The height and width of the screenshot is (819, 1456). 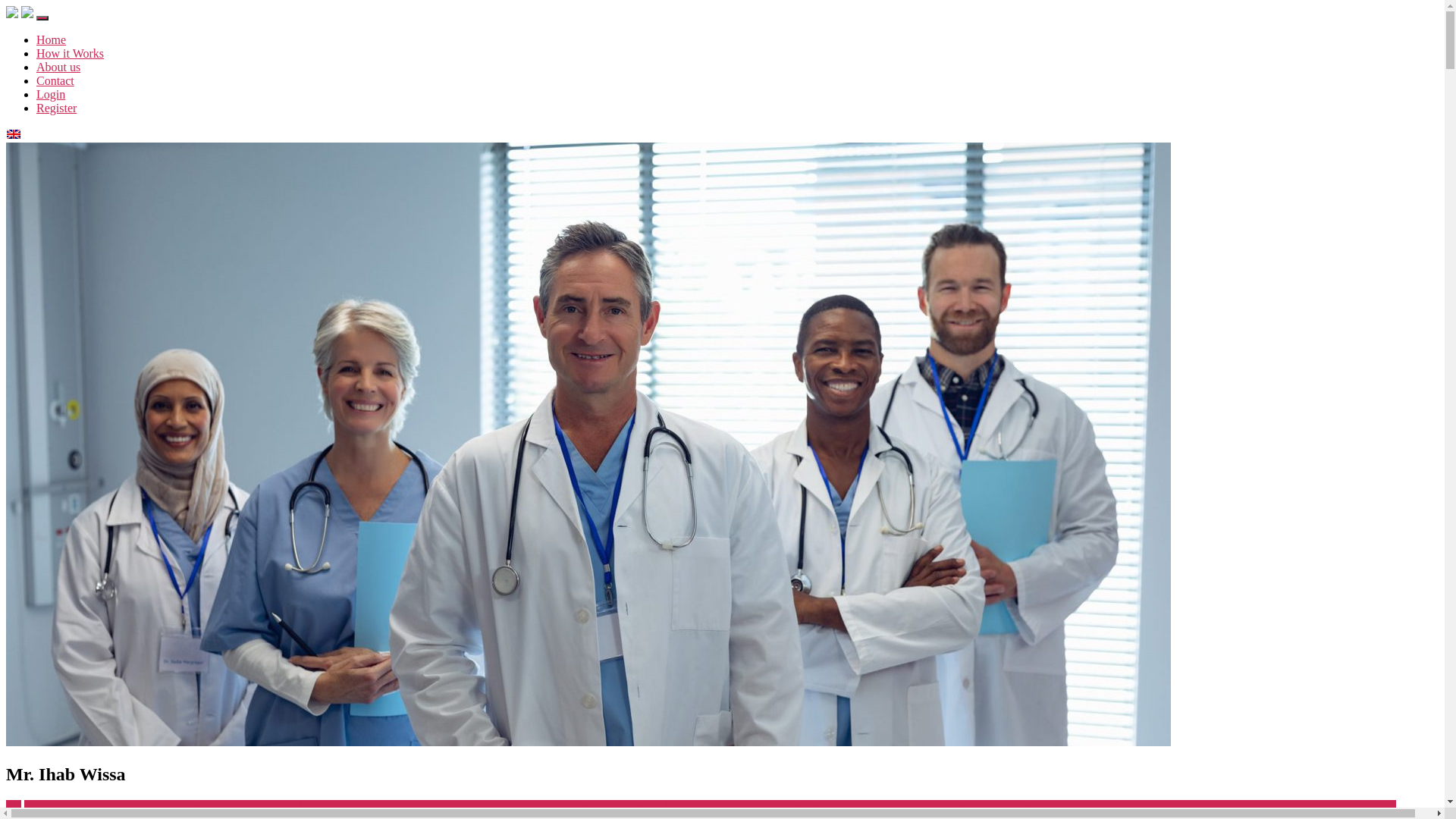 I want to click on '1win-casino-tr', so click(x=59, y=805).